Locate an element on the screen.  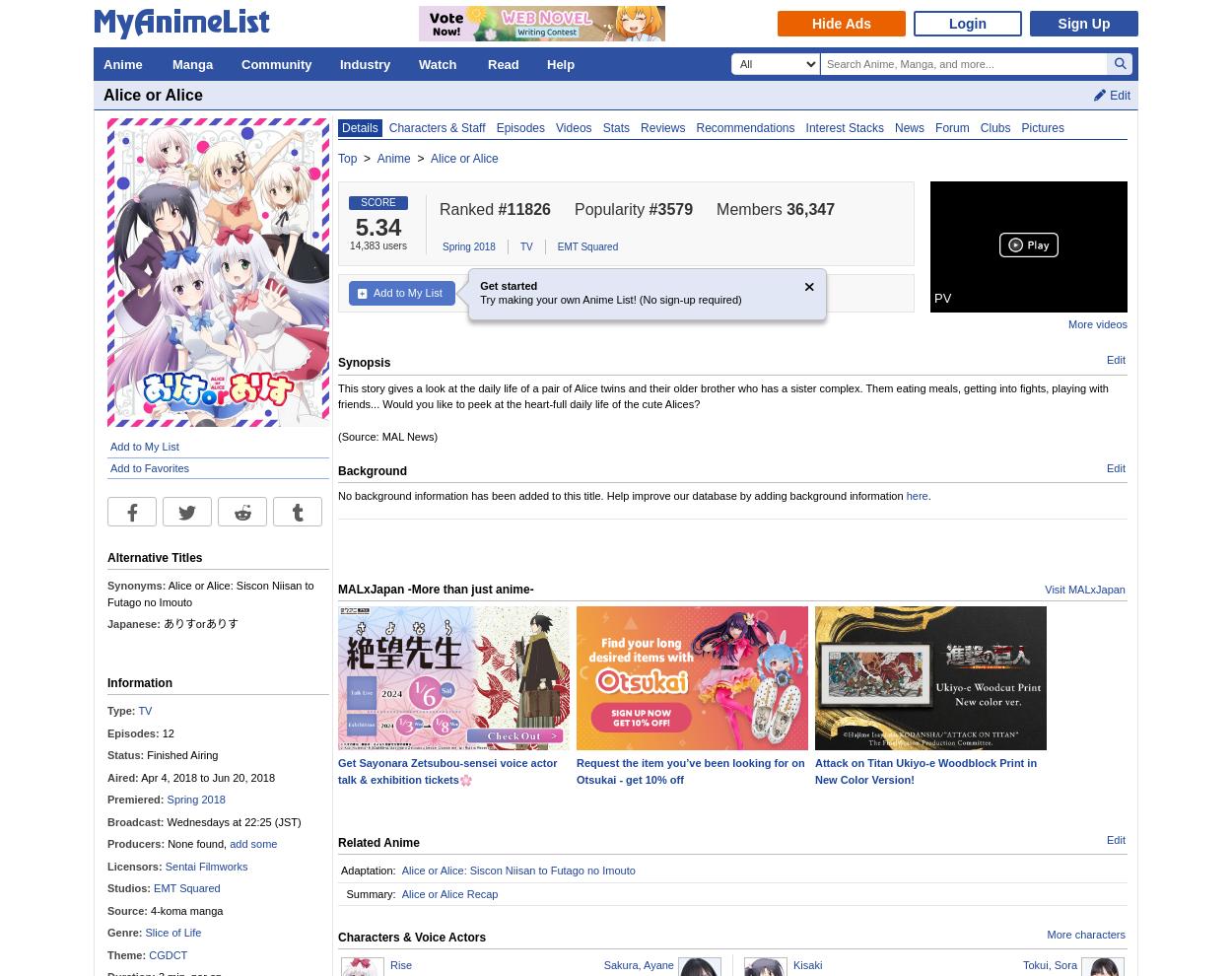
'ありすorありす' is located at coordinates (160, 623).